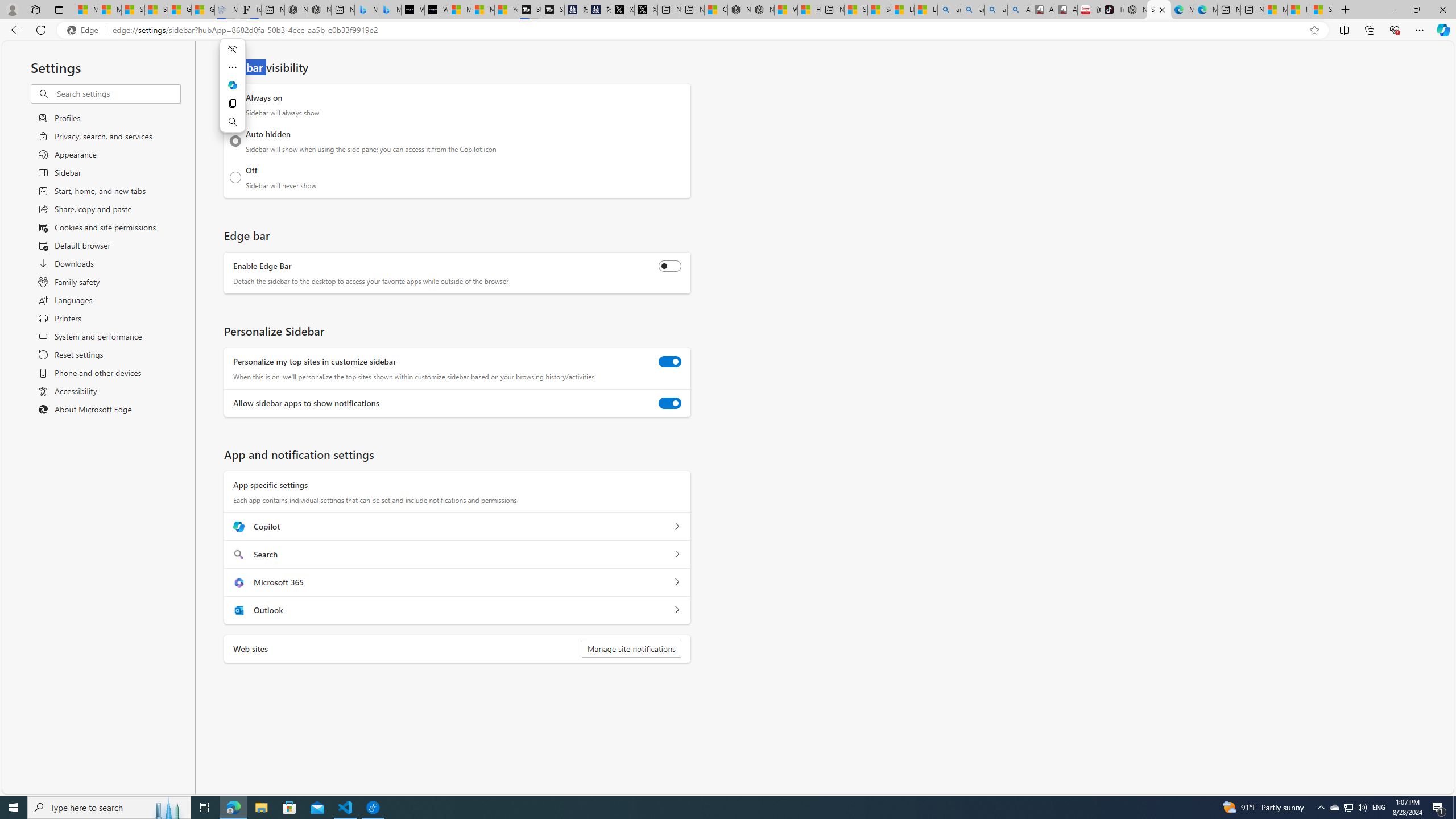 The image size is (1456, 819). Describe the element at coordinates (84, 30) in the screenshot. I see `'Edge'` at that location.